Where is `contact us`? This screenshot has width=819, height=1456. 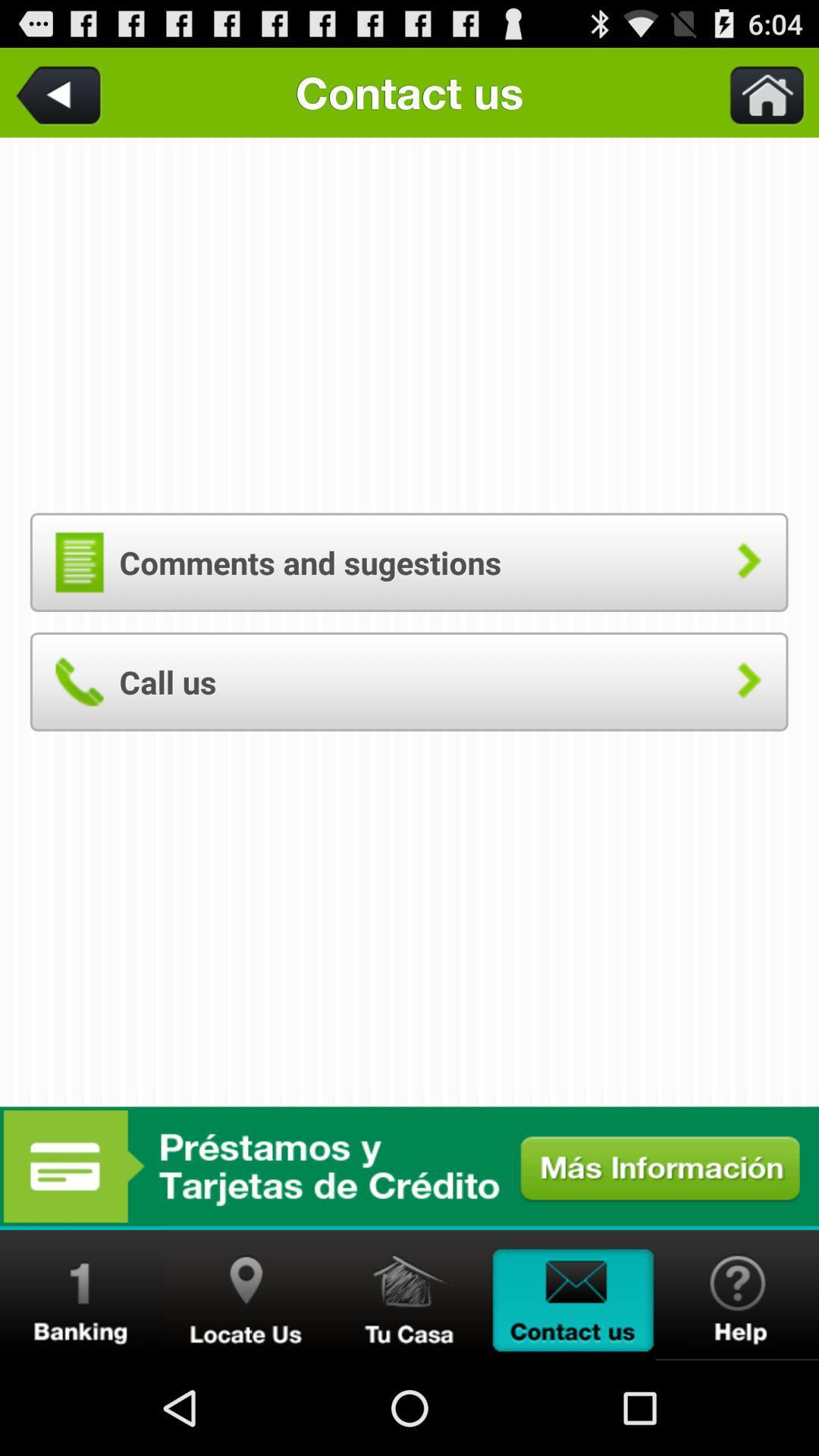
contact us is located at coordinates (573, 1294).